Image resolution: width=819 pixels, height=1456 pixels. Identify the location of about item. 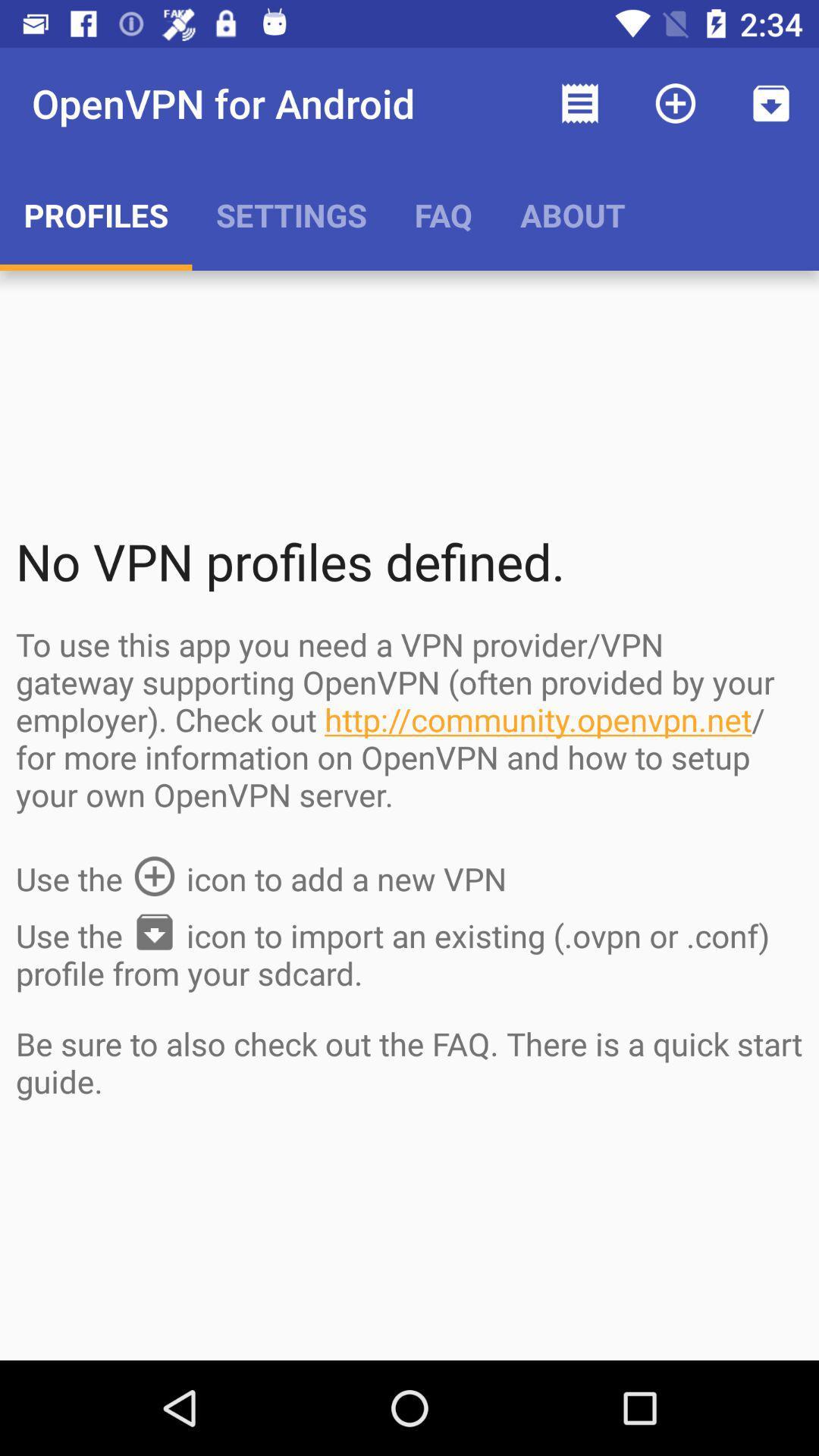
(573, 214).